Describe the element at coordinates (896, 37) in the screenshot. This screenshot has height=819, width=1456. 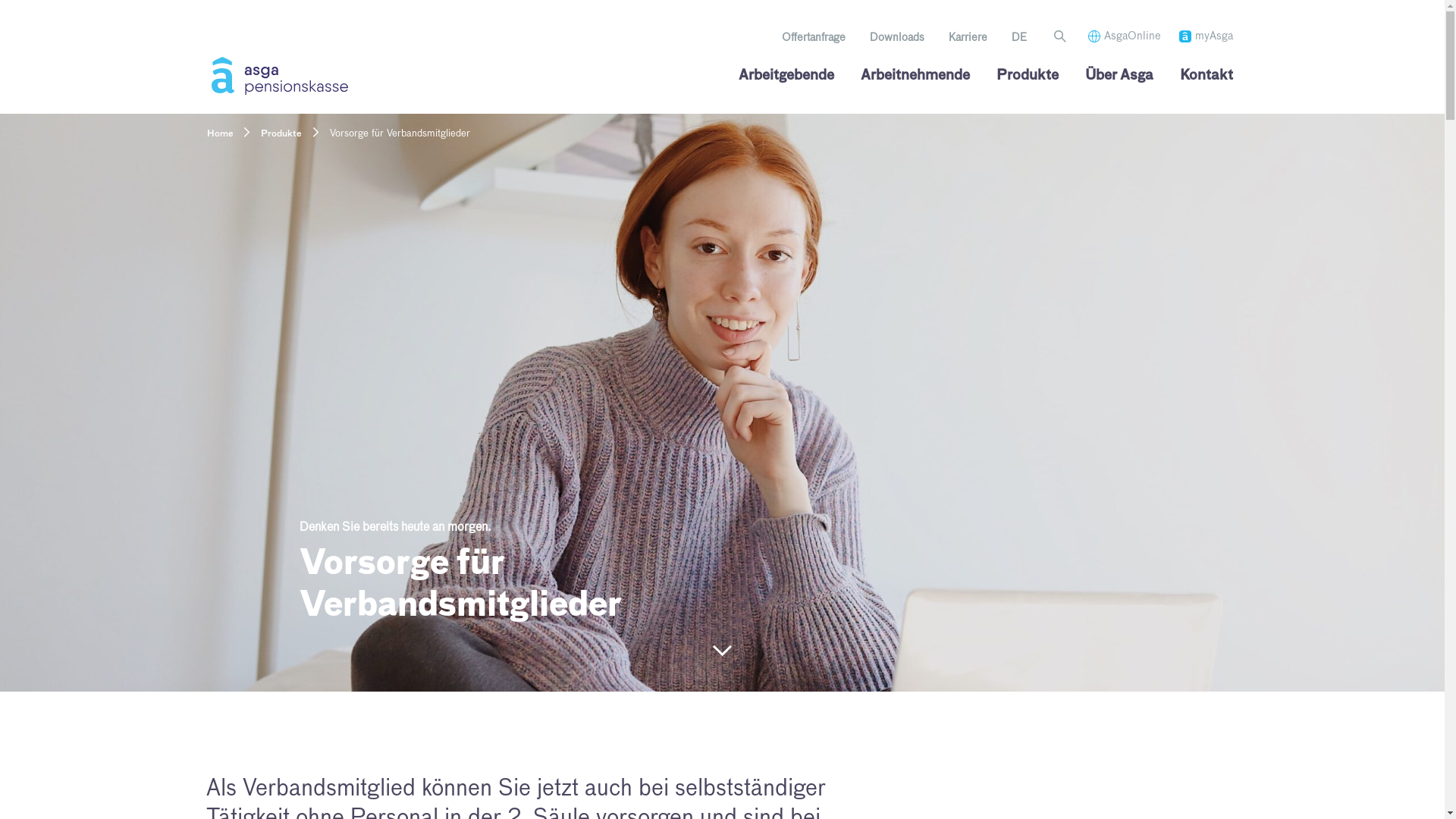
I see `'Downloads'` at that location.